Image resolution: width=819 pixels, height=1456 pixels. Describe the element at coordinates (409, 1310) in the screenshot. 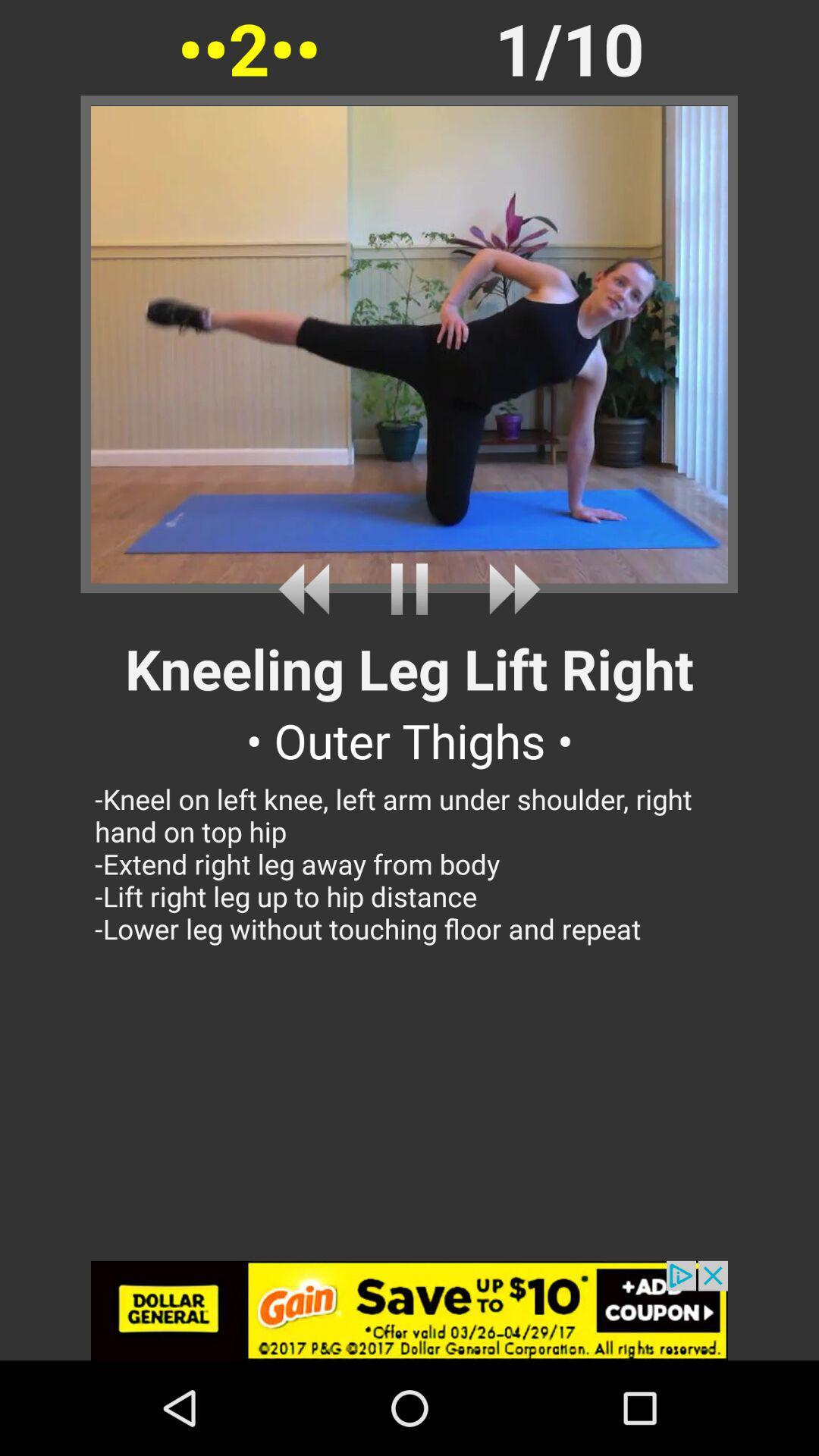

I see `money with a gain coupon` at that location.